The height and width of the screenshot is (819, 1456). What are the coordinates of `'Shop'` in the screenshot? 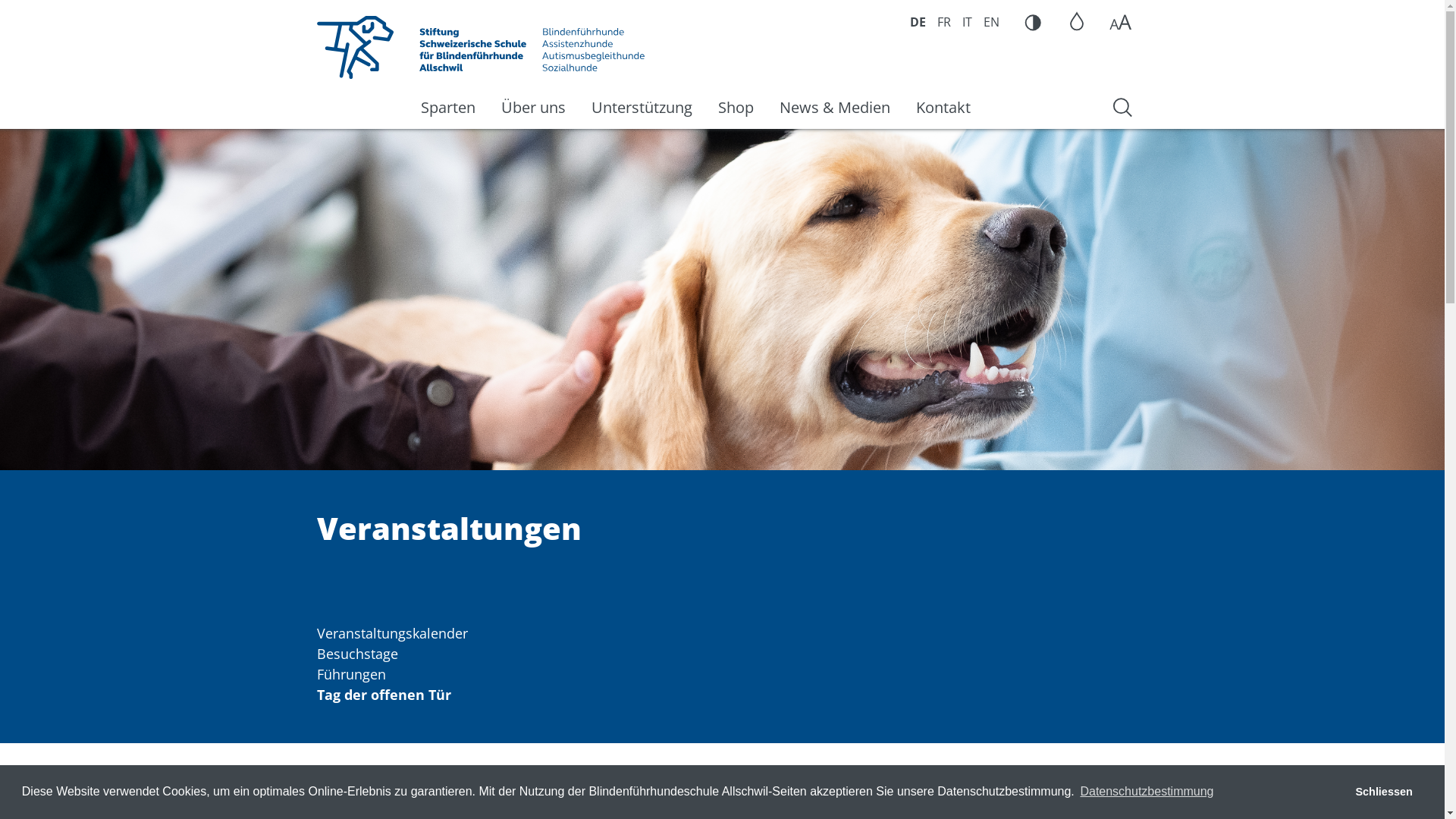 It's located at (736, 106).